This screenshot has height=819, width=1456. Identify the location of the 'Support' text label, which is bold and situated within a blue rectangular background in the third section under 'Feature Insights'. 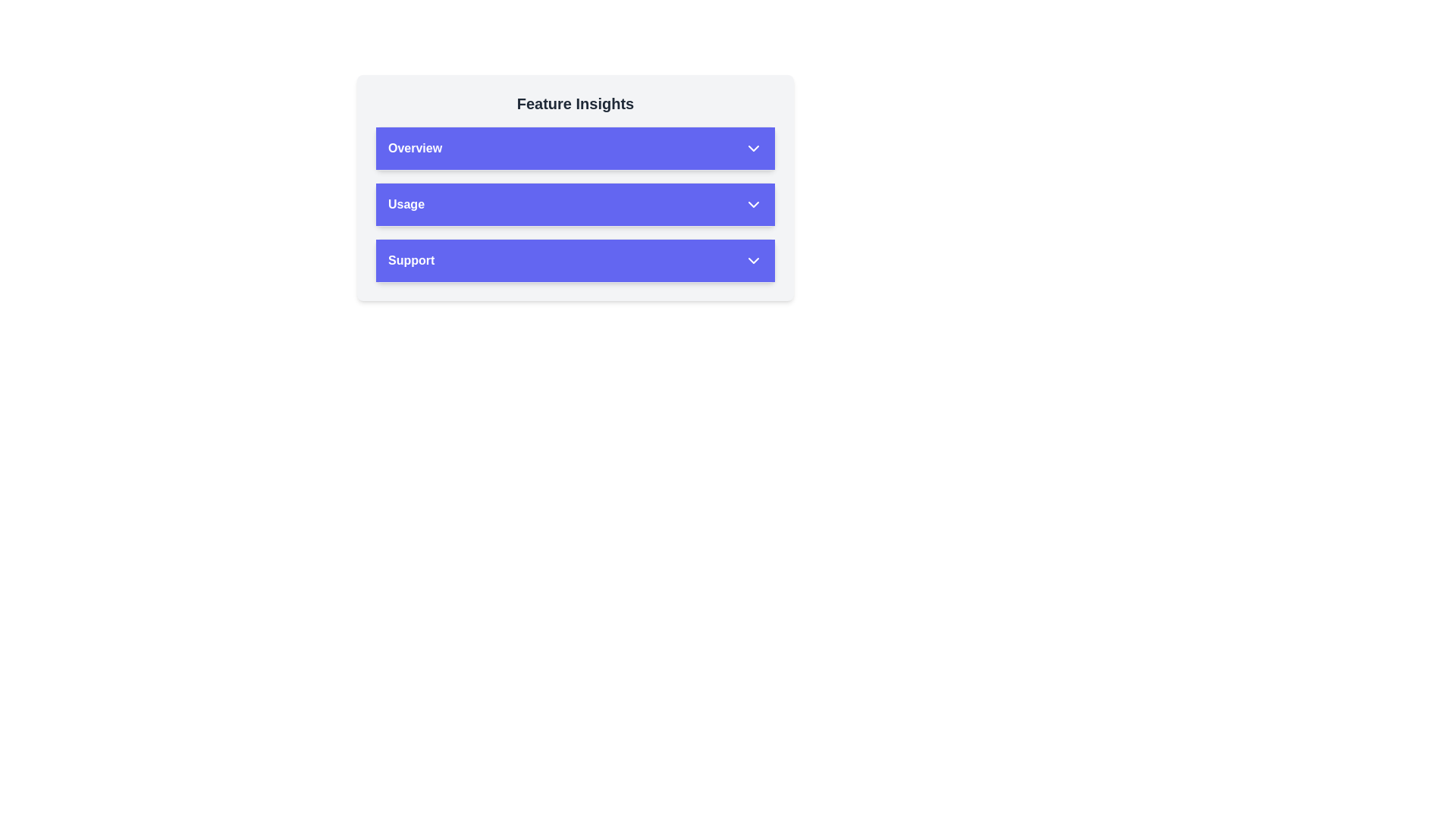
(411, 259).